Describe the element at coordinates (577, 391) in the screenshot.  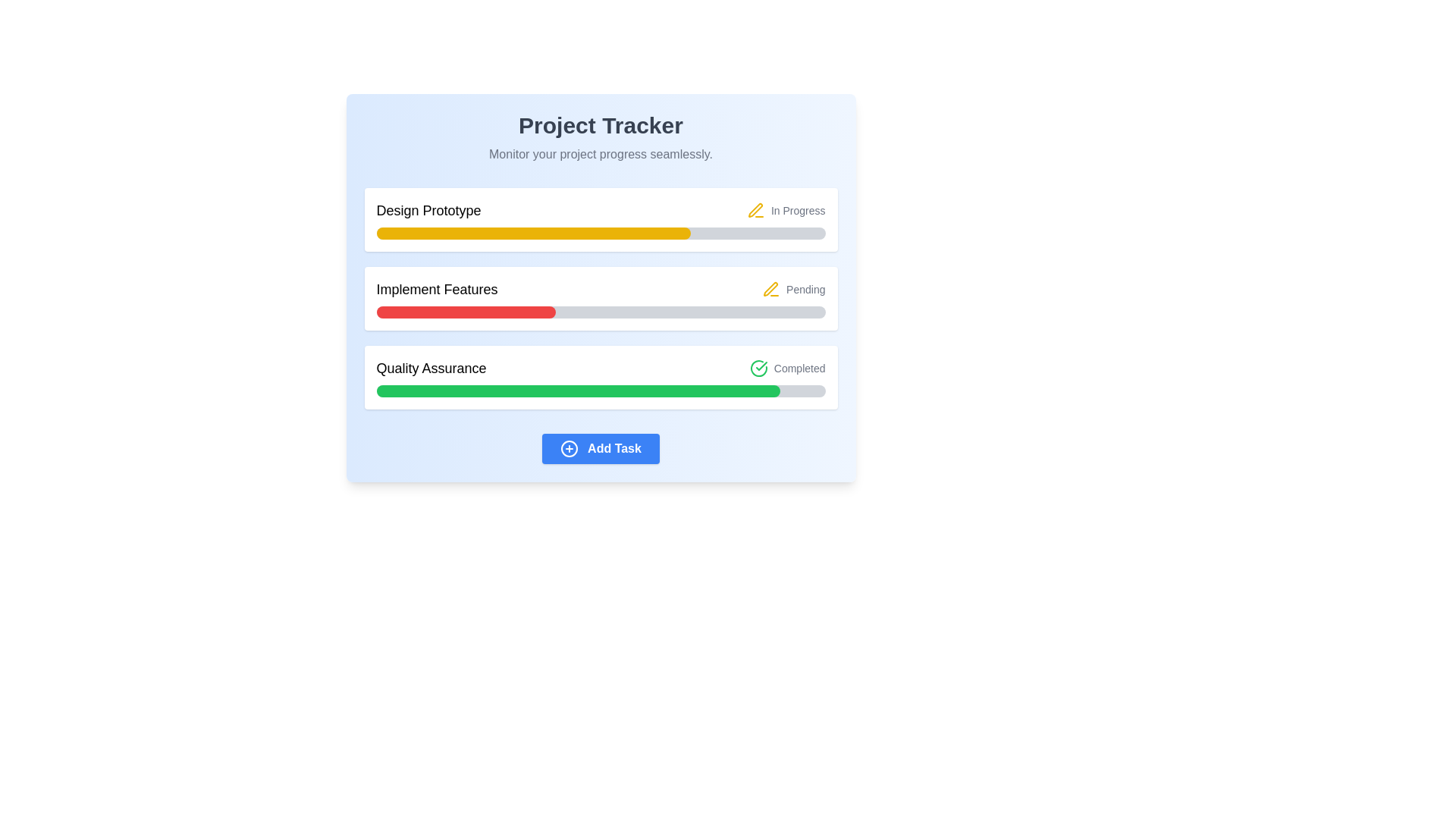
I see `the progress indicator inside the third progress bar labeled 'Quality Assurance', which visually indicates a 90% completion level` at that location.